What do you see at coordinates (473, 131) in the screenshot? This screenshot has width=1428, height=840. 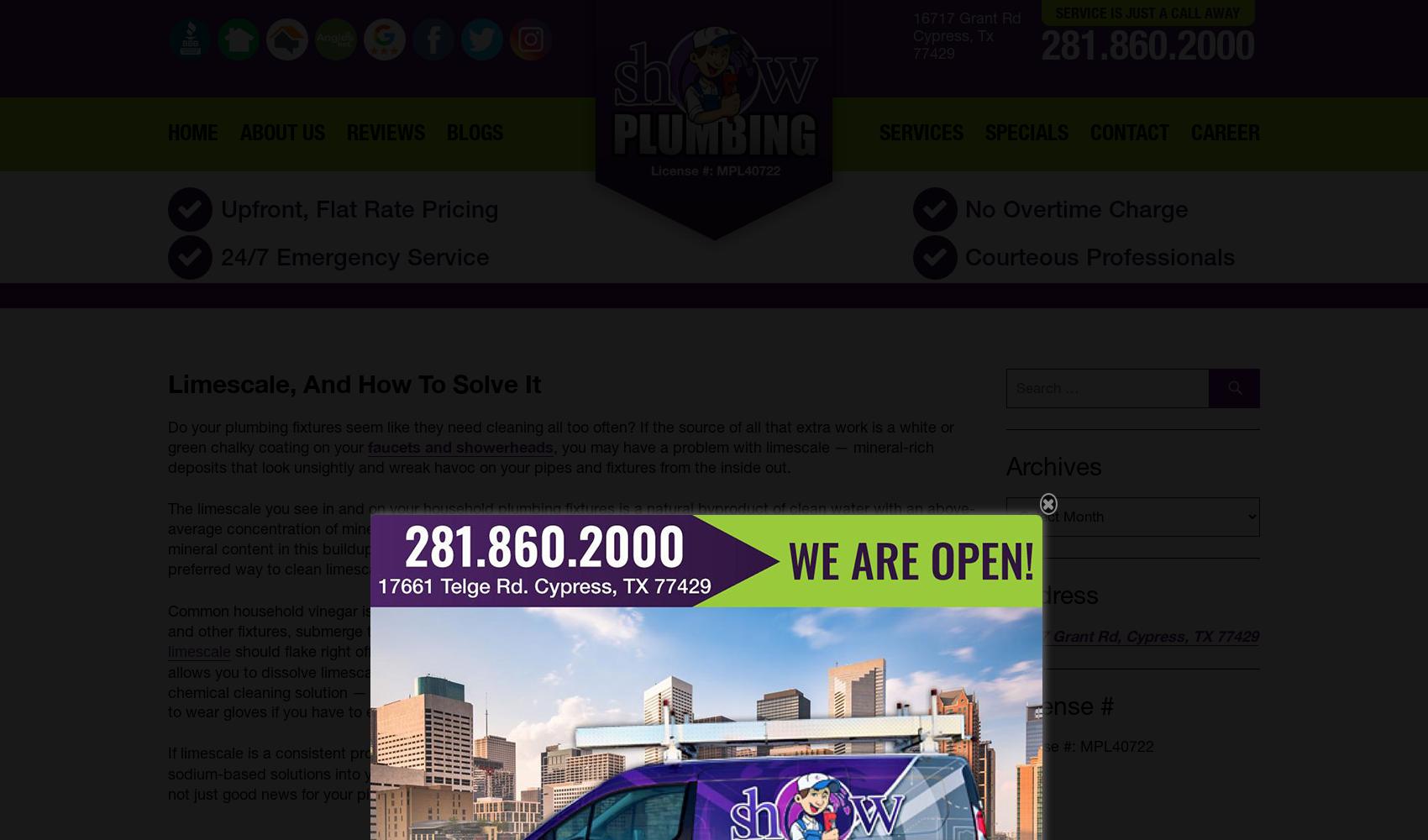 I see `'BLOGS'` at bounding box center [473, 131].